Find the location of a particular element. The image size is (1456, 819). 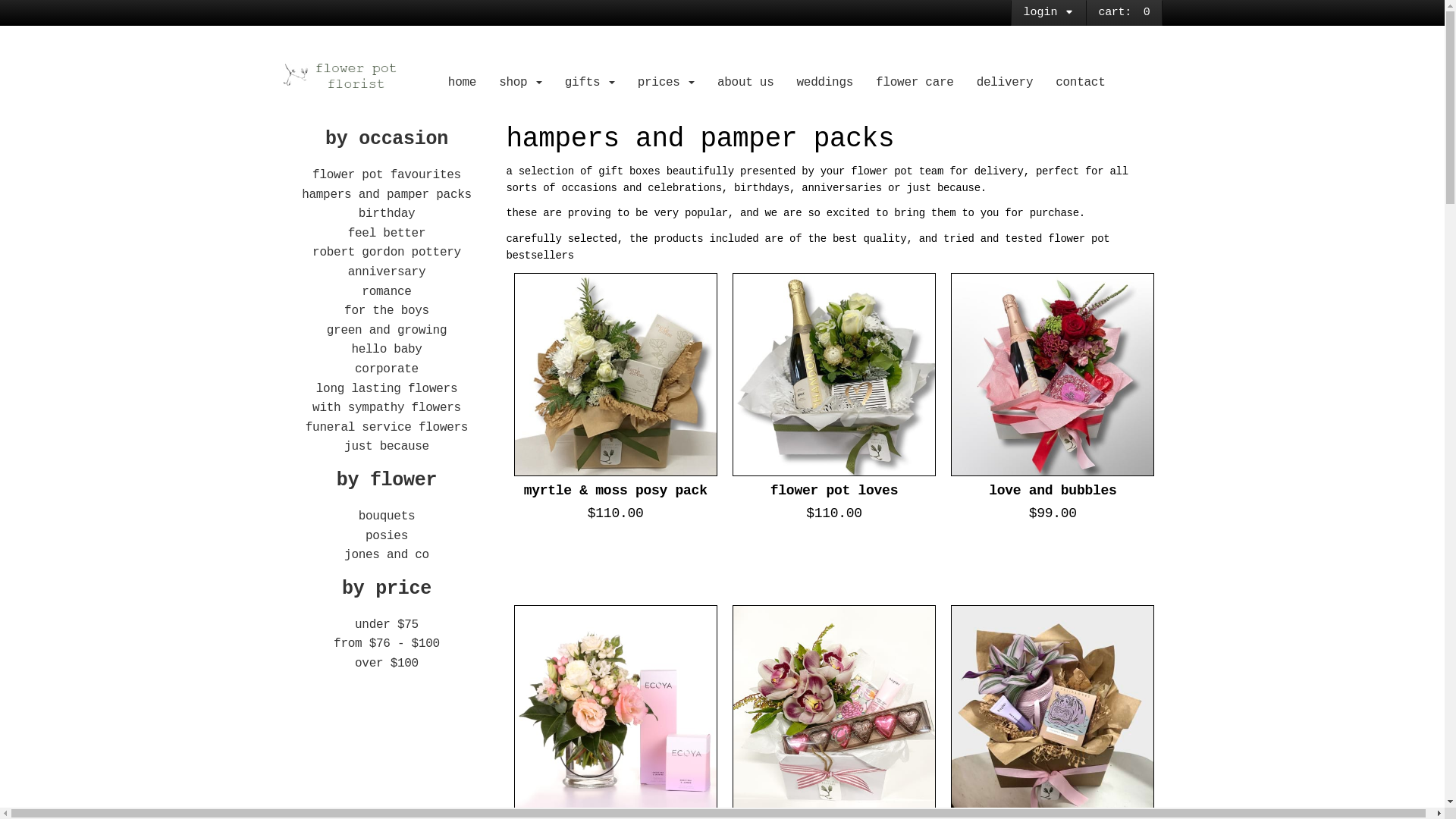

'gifts' is located at coordinates (588, 82).